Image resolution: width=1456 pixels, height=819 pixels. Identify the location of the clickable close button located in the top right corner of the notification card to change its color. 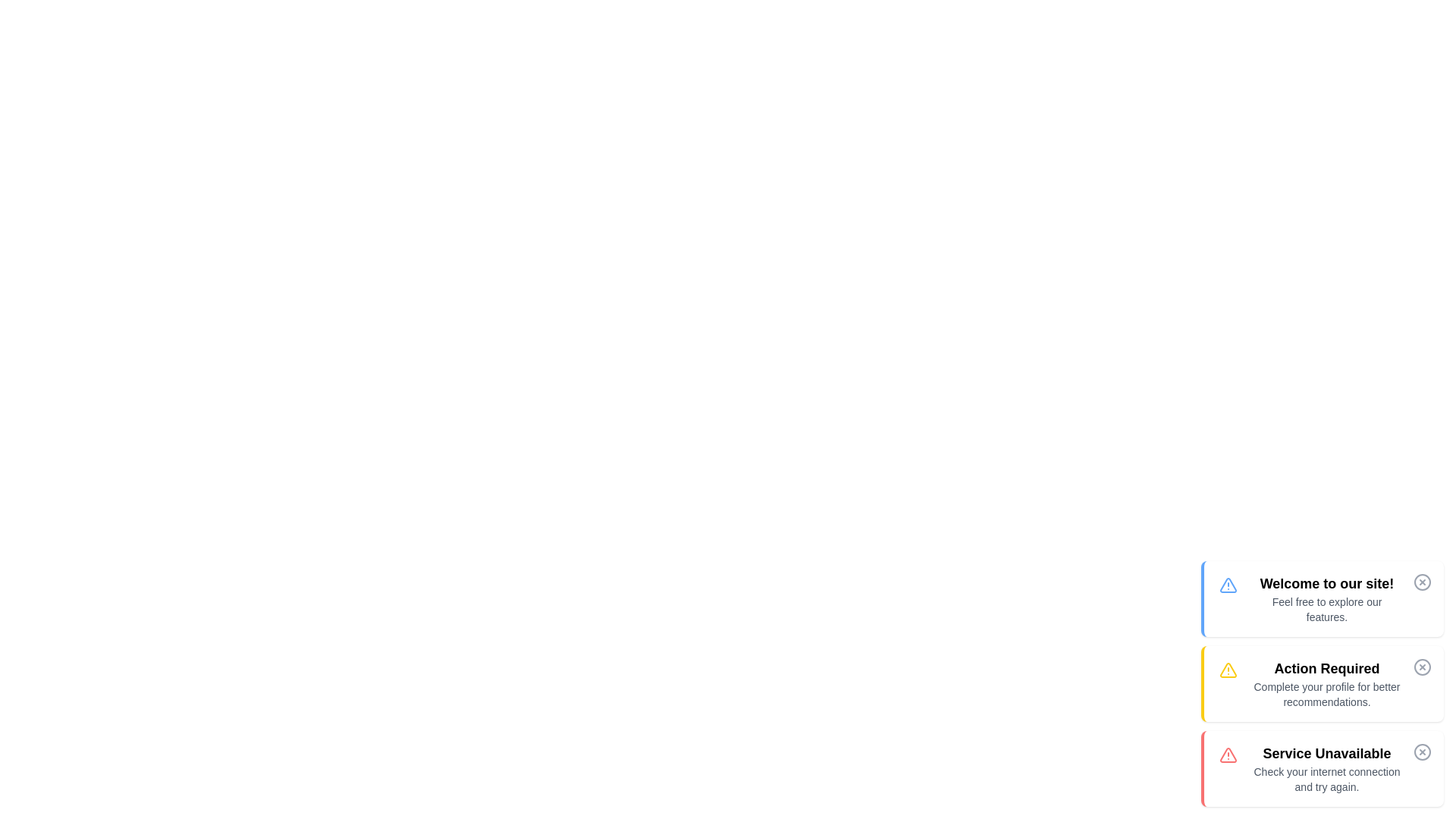
(1422, 581).